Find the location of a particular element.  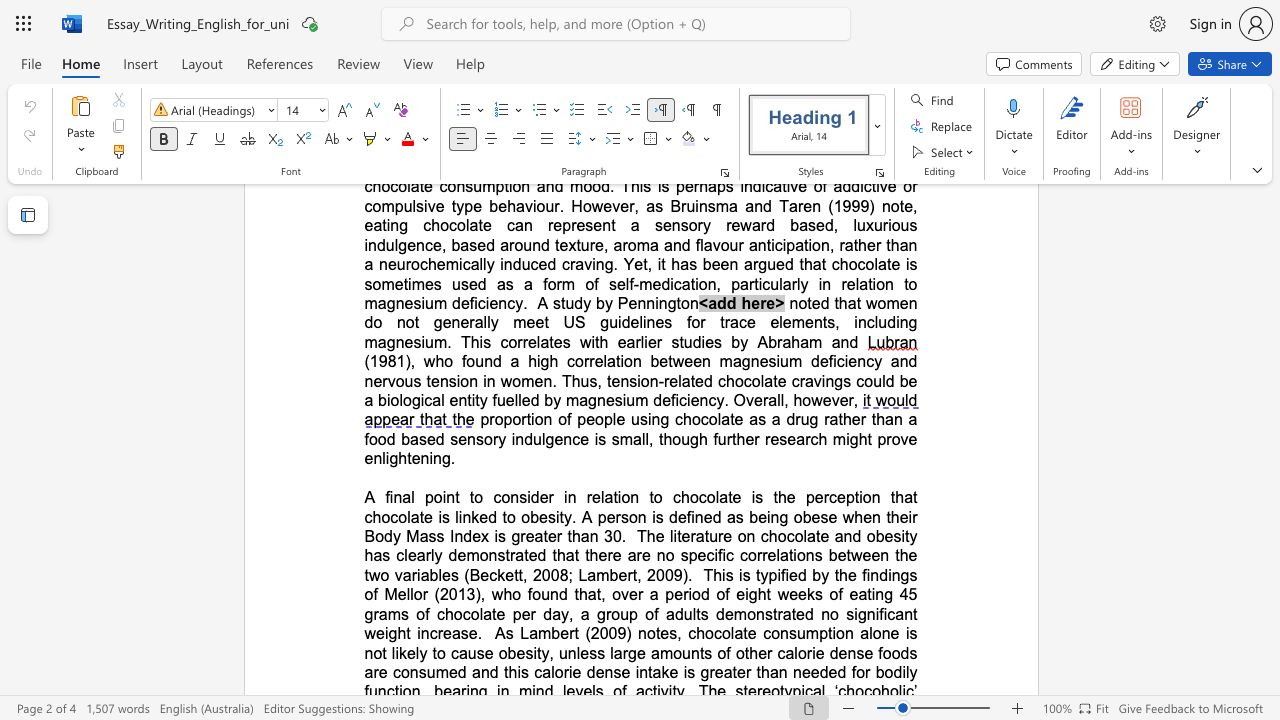

the subset text "ing." within the text "proportion of people using chocolate as a drug rather than a food based sensory indulgence is small, though further research might prove enlightening." is located at coordinates (428, 458).